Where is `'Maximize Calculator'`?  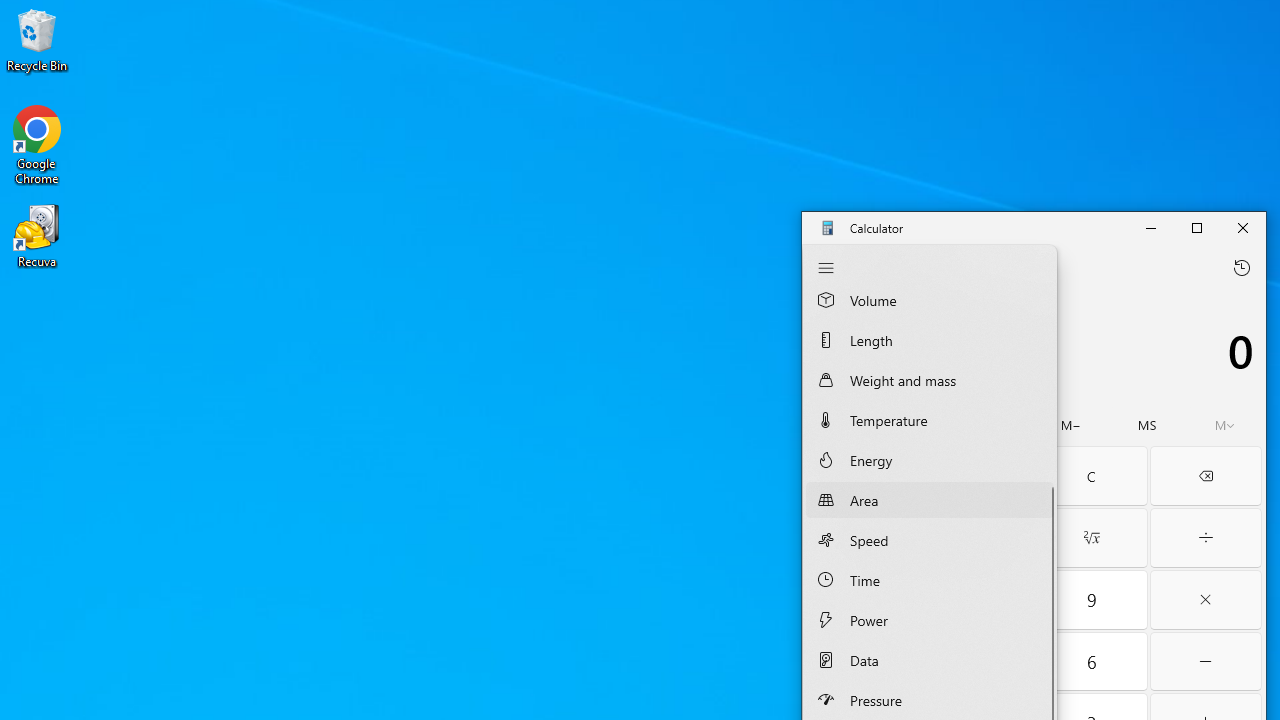 'Maximize Calculator' is located at coordinates (1196, 226).